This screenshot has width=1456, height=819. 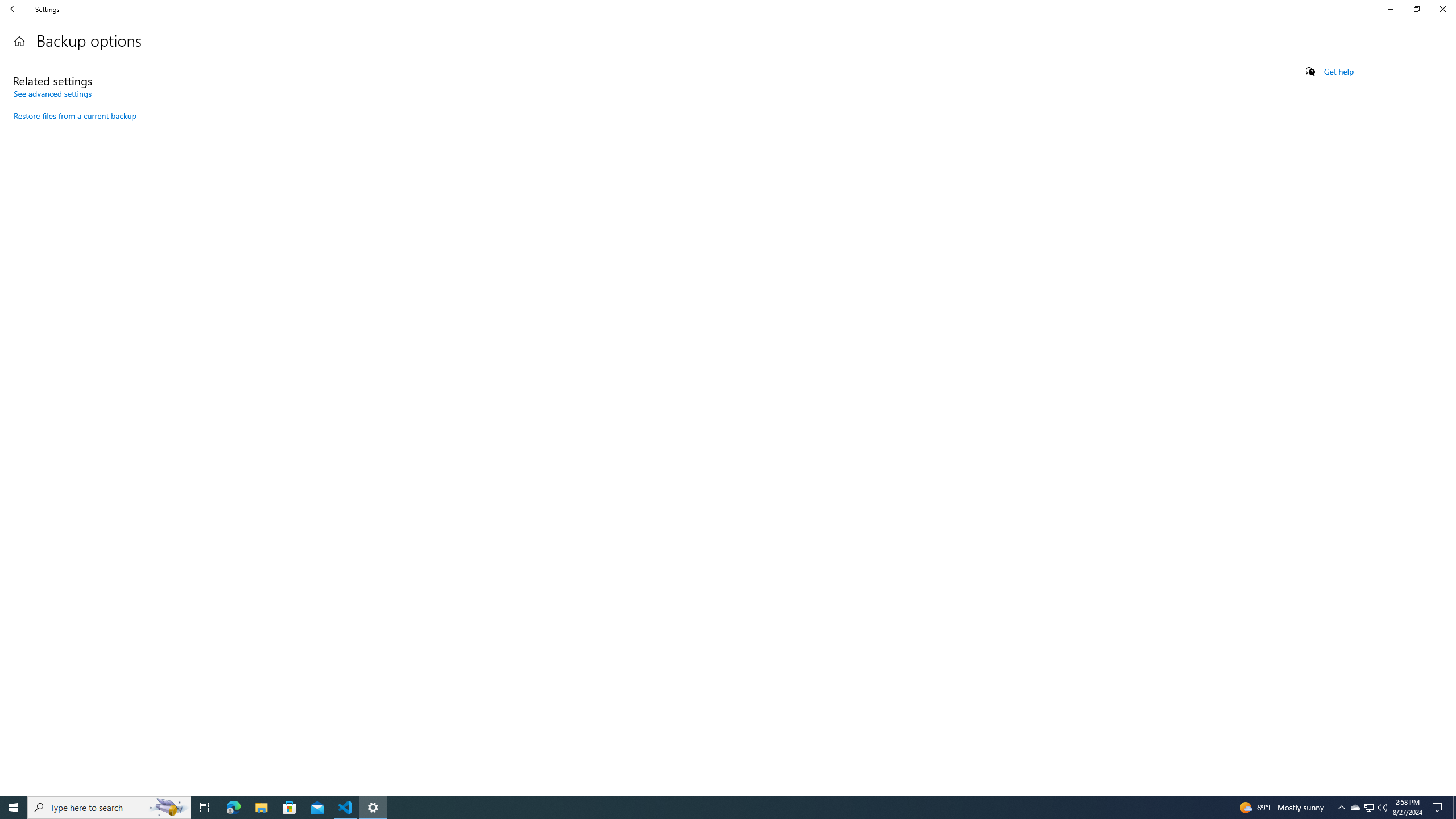 I want to click on 'Action Center, No new notifications', so click(x=1439, y=806).